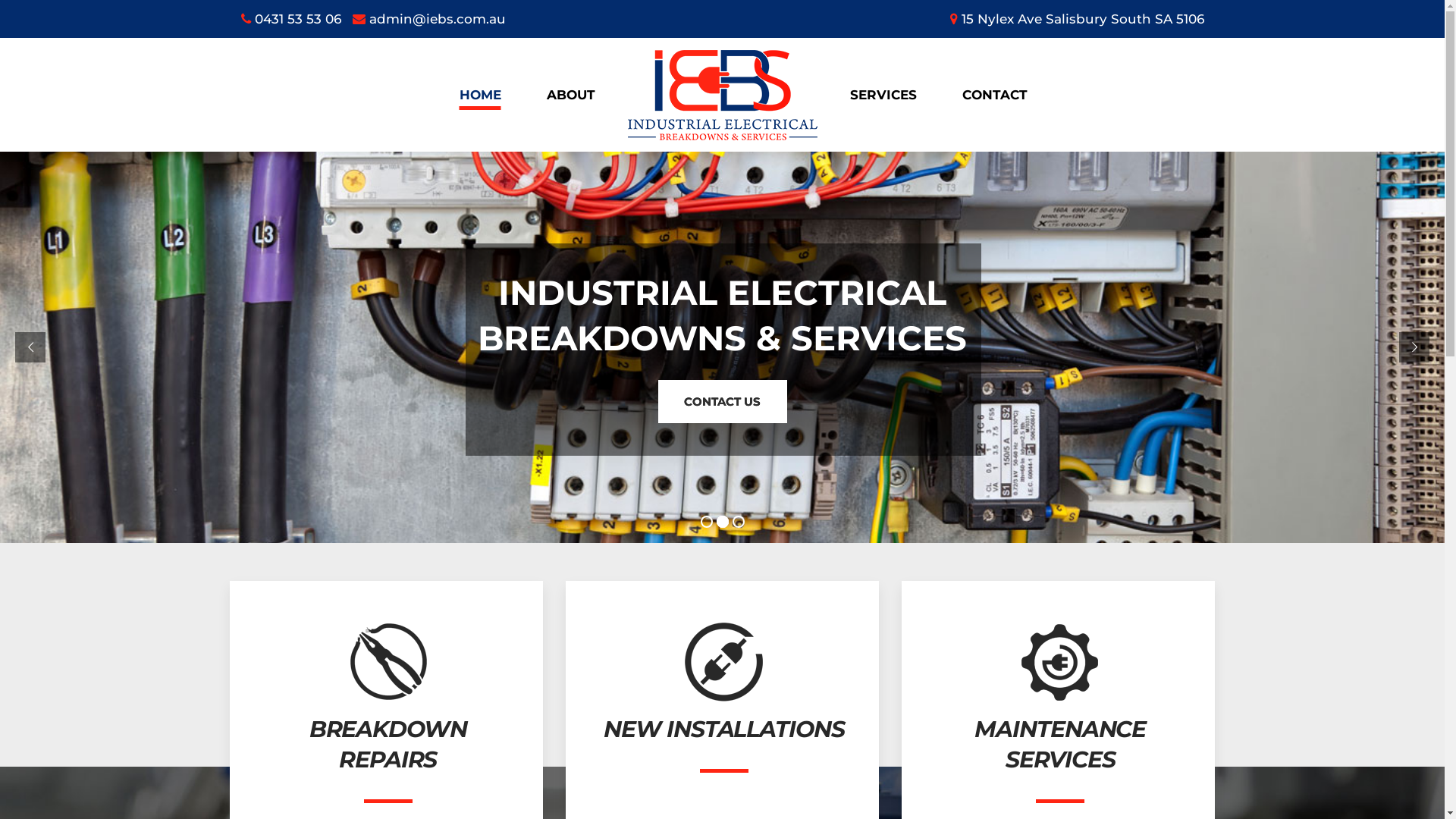 Image resolution: width=1456 pixels, height=819 pixels. I want to click on '0431 53 53 06', so click(291, 18).